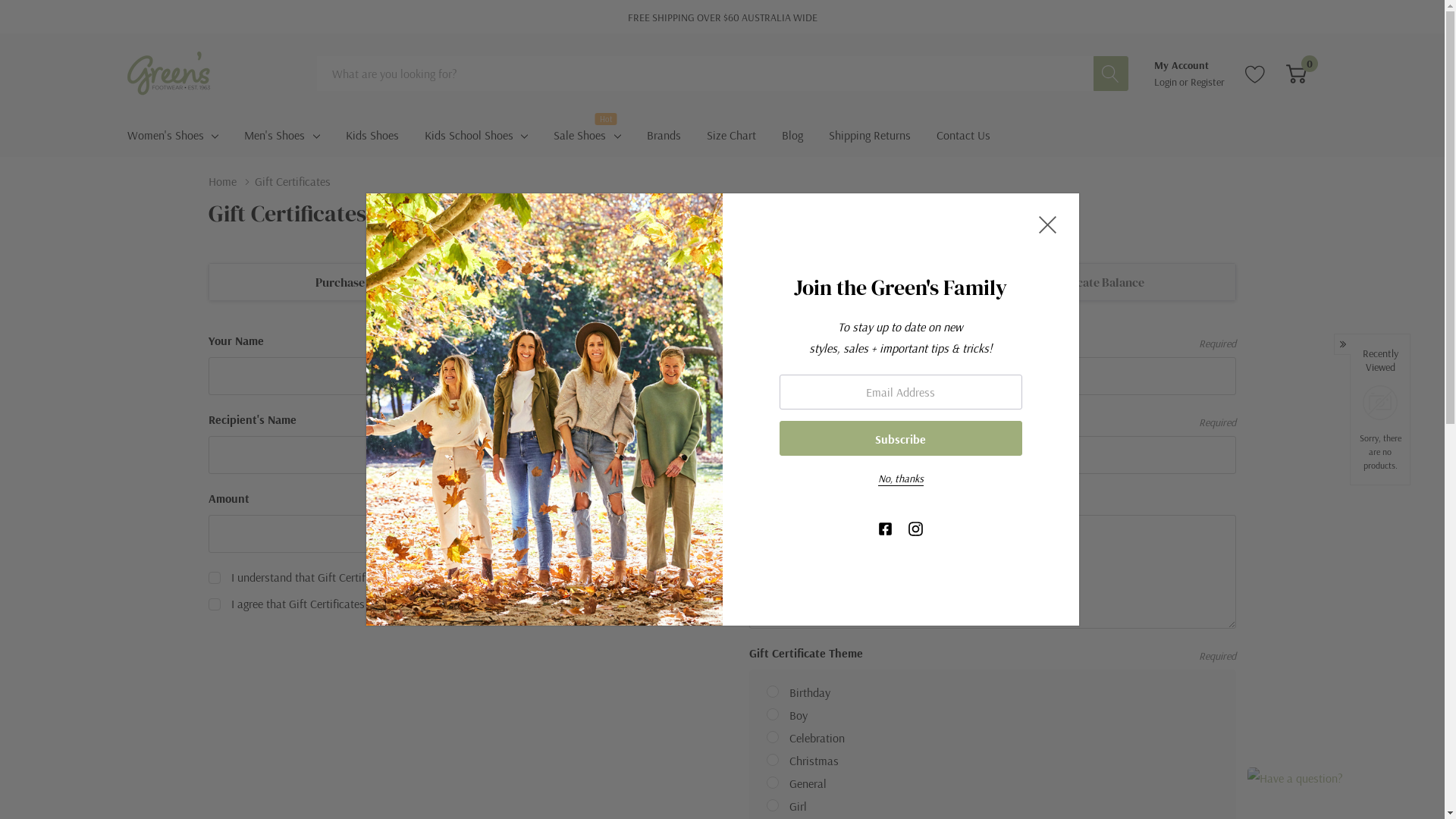  Describe the element at coordinates (664, 133) in the screenshot. I see `'Brands'` at that location.